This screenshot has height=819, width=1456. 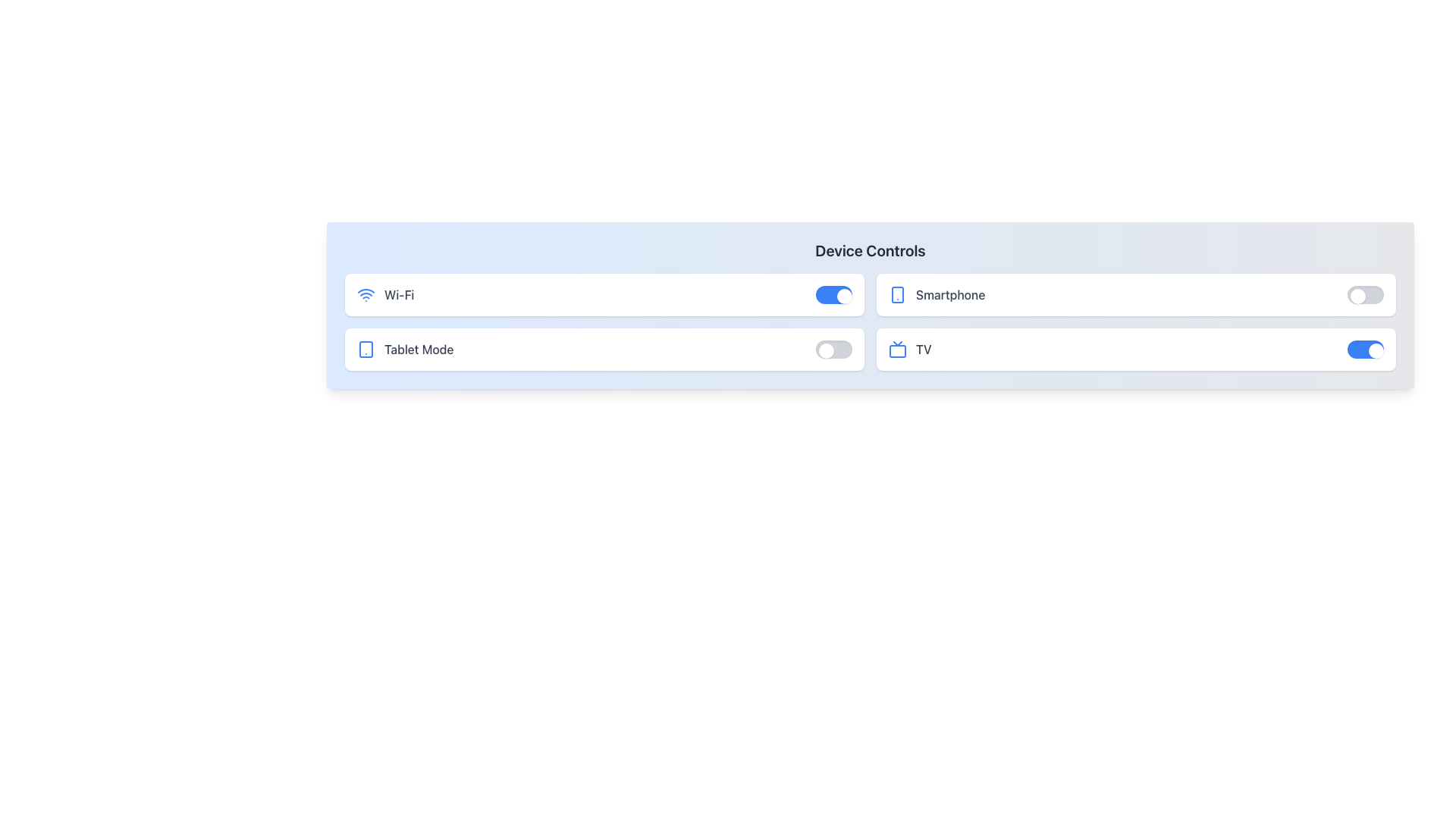 What do you see at coordinates (898, 295) in the screenshot?
I see `the 'Smartphone' icon located` at bounding box center [898, 295].